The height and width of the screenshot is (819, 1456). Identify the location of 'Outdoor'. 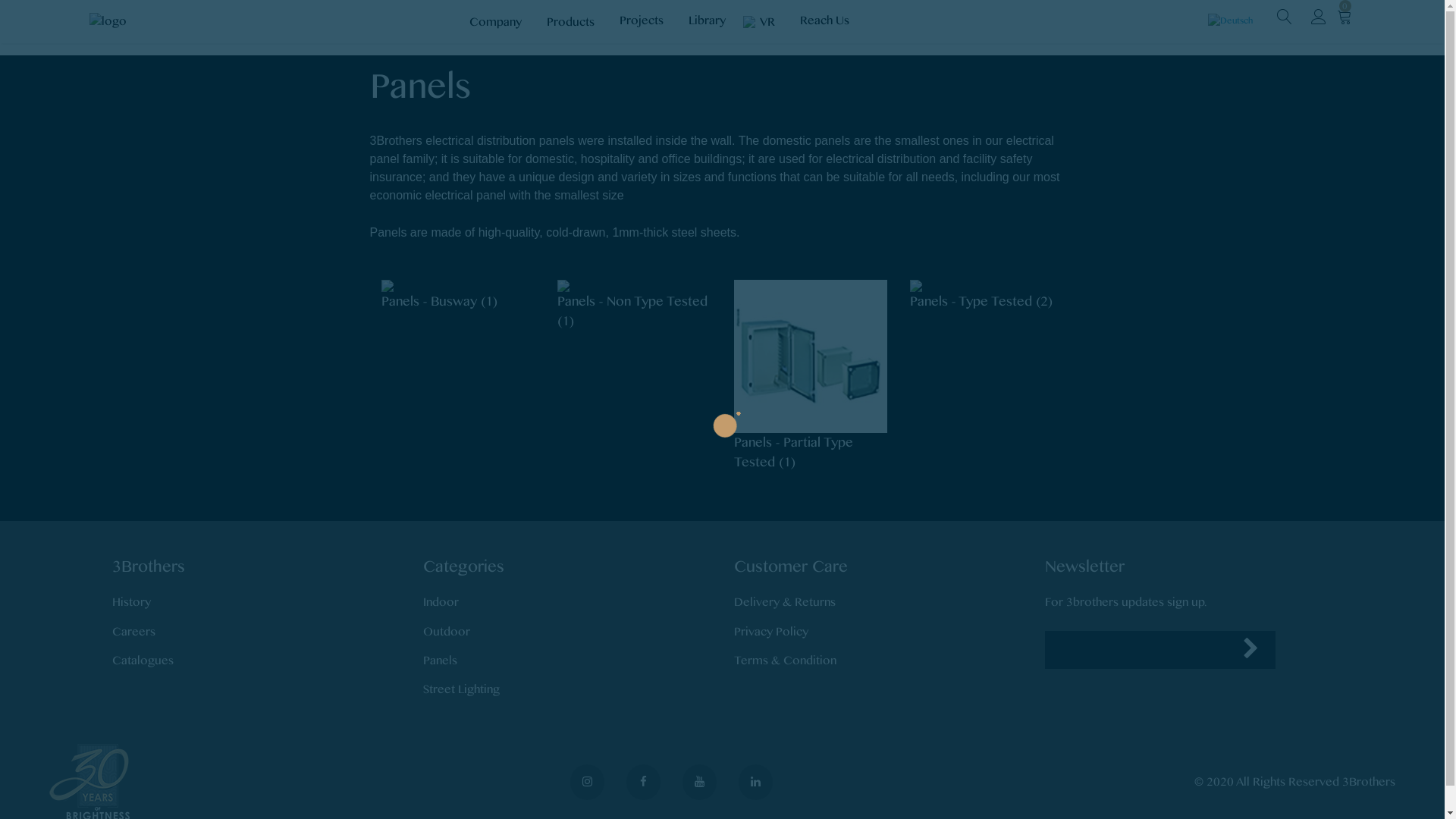
(446, 632).